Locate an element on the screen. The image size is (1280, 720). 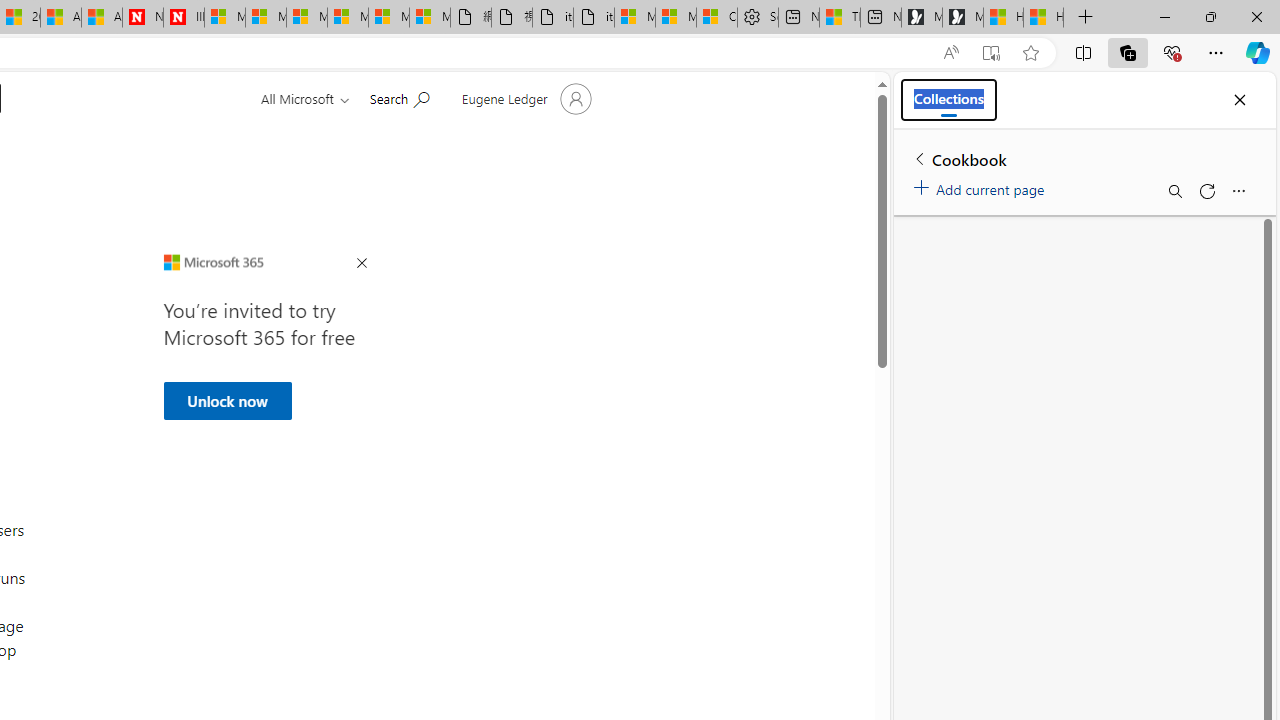
'How to Use a TV as a Computer Monitor' is located at coordinates (1042, 17).